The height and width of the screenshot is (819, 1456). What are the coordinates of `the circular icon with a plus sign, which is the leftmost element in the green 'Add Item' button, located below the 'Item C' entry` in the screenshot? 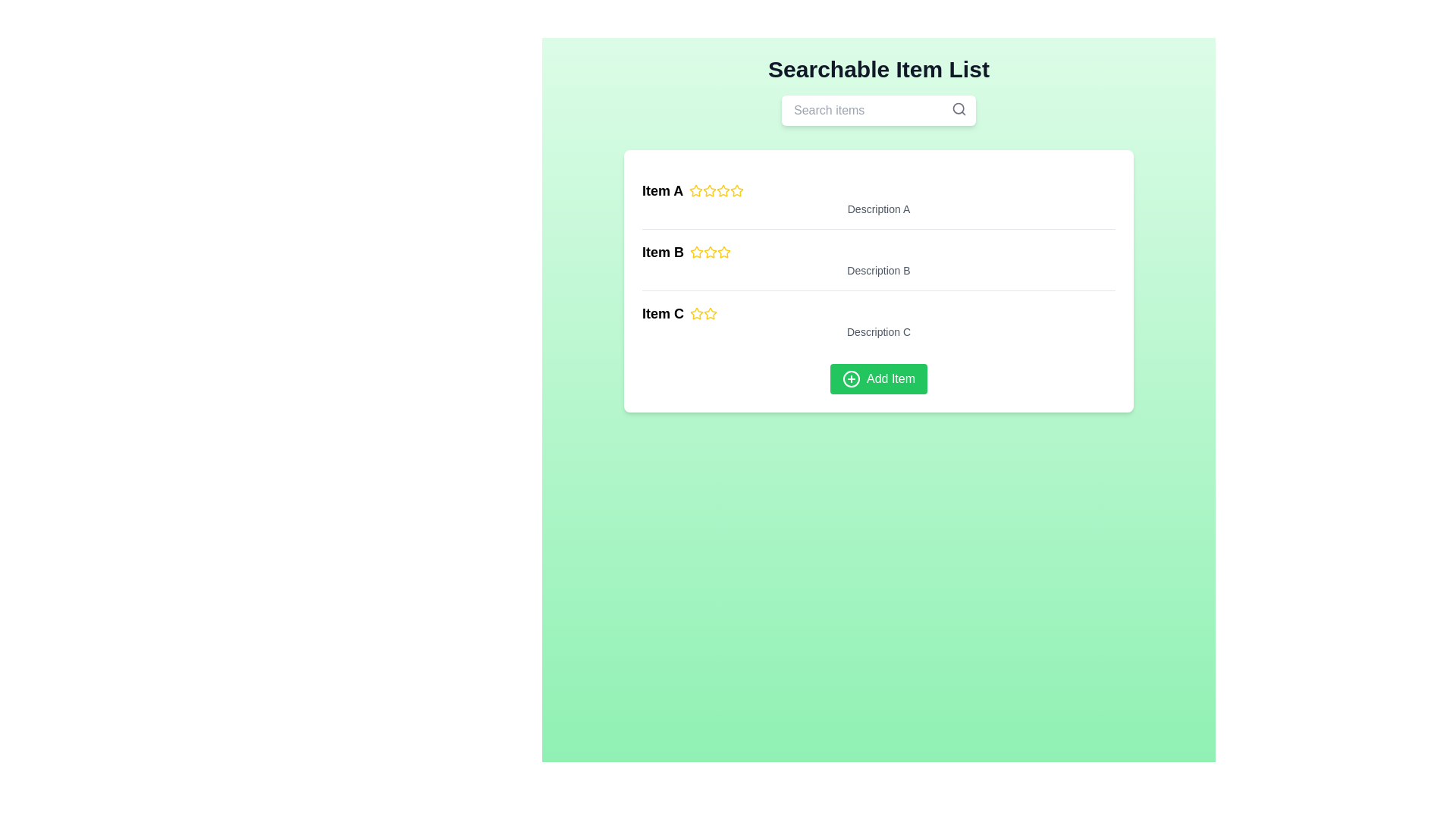 It's located at (852, 378).